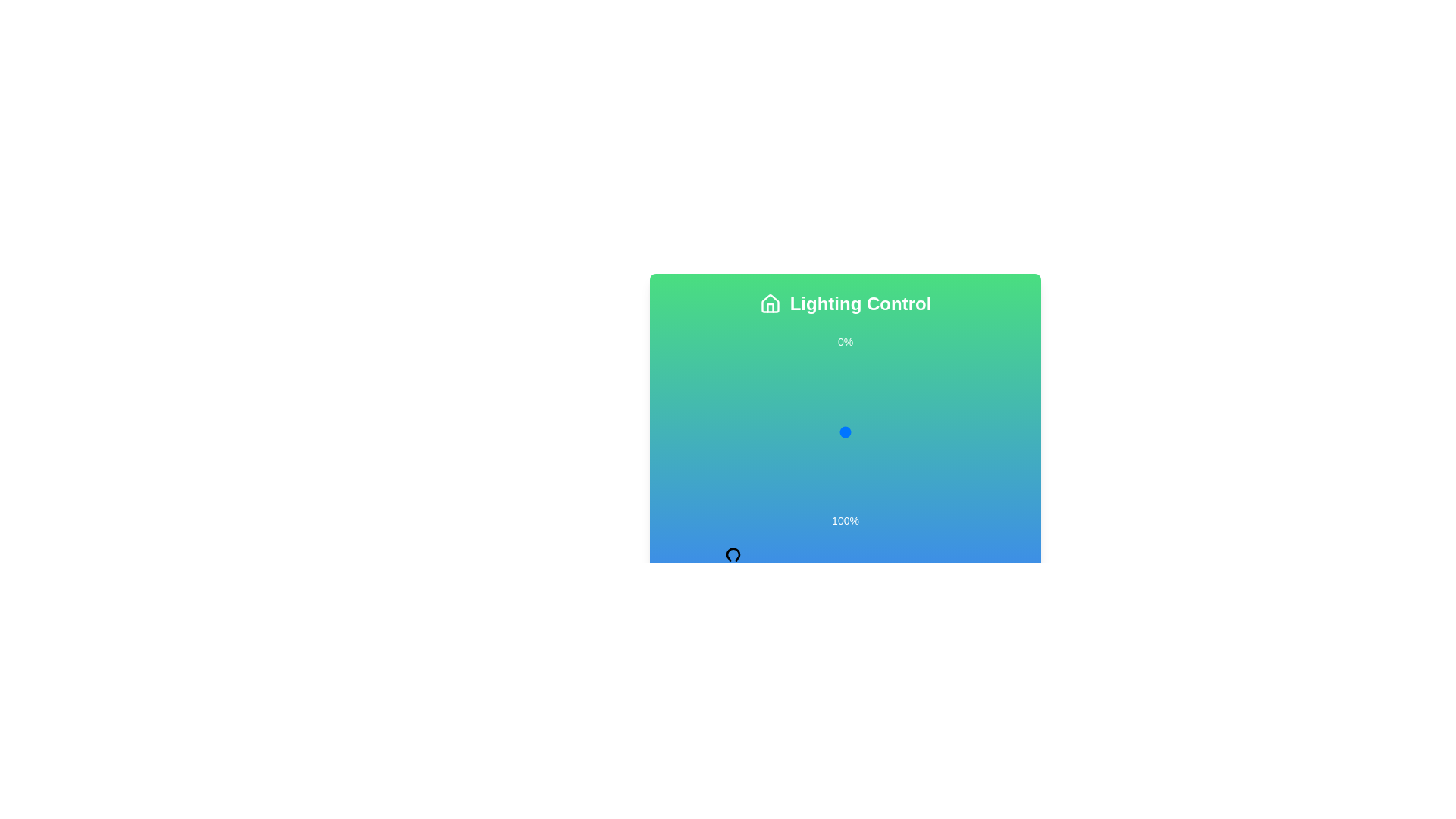 The height and width of the screenshot is (819, 1456). I want to click on the lighting level percentage, so click(860, 431).